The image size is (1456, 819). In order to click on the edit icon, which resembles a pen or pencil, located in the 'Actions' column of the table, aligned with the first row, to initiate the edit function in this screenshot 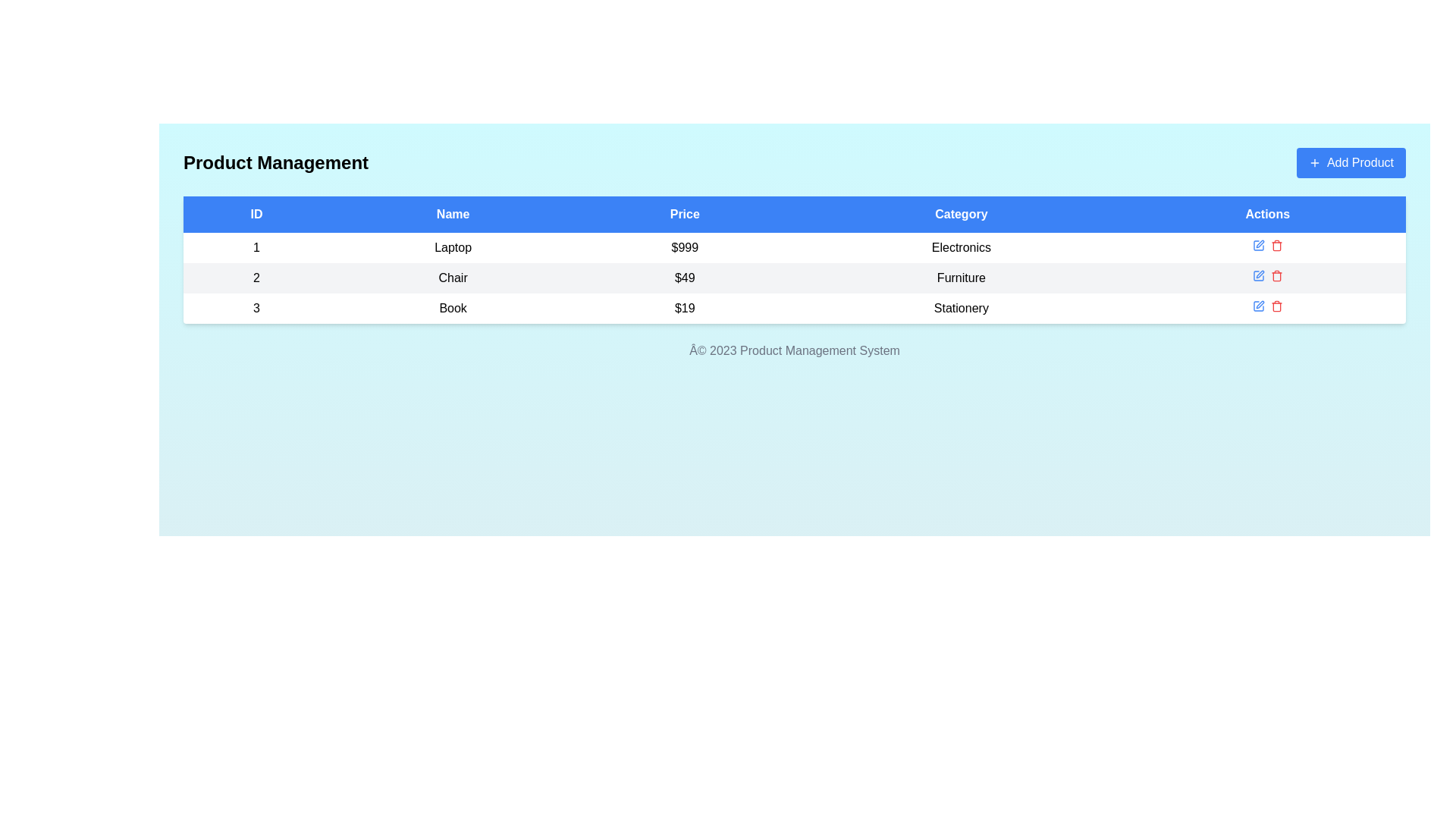, I will do `click(1260, 243)`.